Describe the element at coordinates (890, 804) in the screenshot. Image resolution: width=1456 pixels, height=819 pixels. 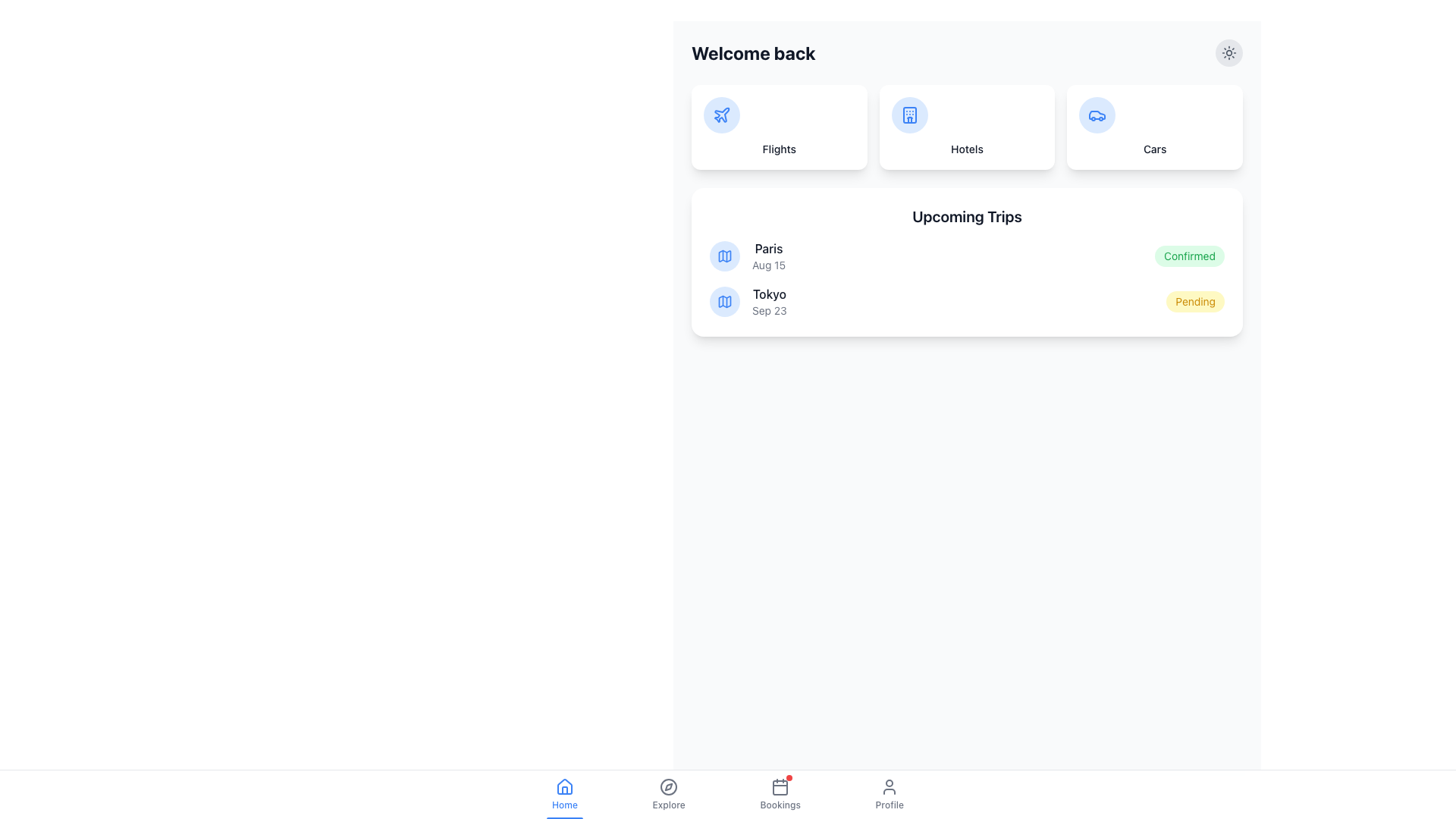
I see `the text label indicating the user profile section, which is the fourth item in the bottom navigation bar` at that location.